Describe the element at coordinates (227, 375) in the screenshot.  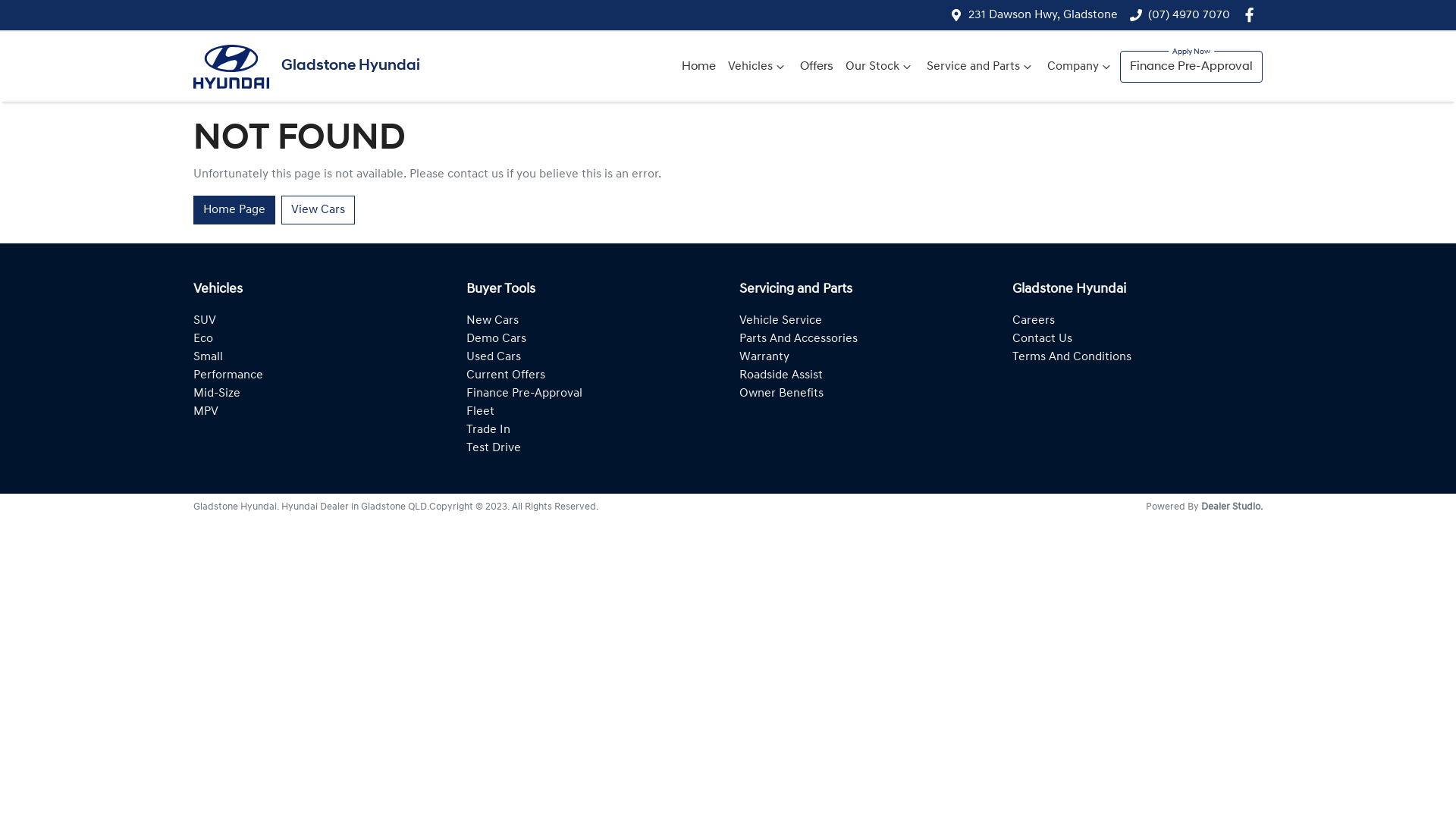
I see `'Performance'` at that location.